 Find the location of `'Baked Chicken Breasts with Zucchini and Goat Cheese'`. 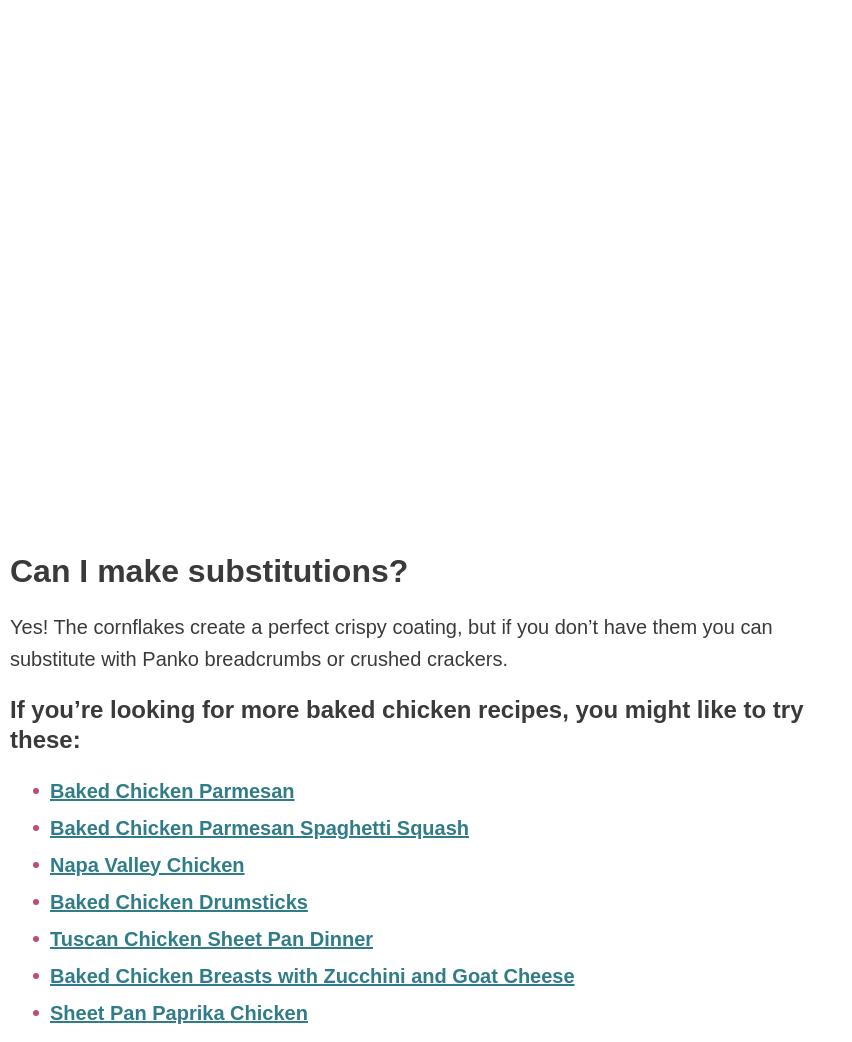

'Baked Chicken Breasts with Zucchini and Goat Cheese' is located at coordinates (50, 974).